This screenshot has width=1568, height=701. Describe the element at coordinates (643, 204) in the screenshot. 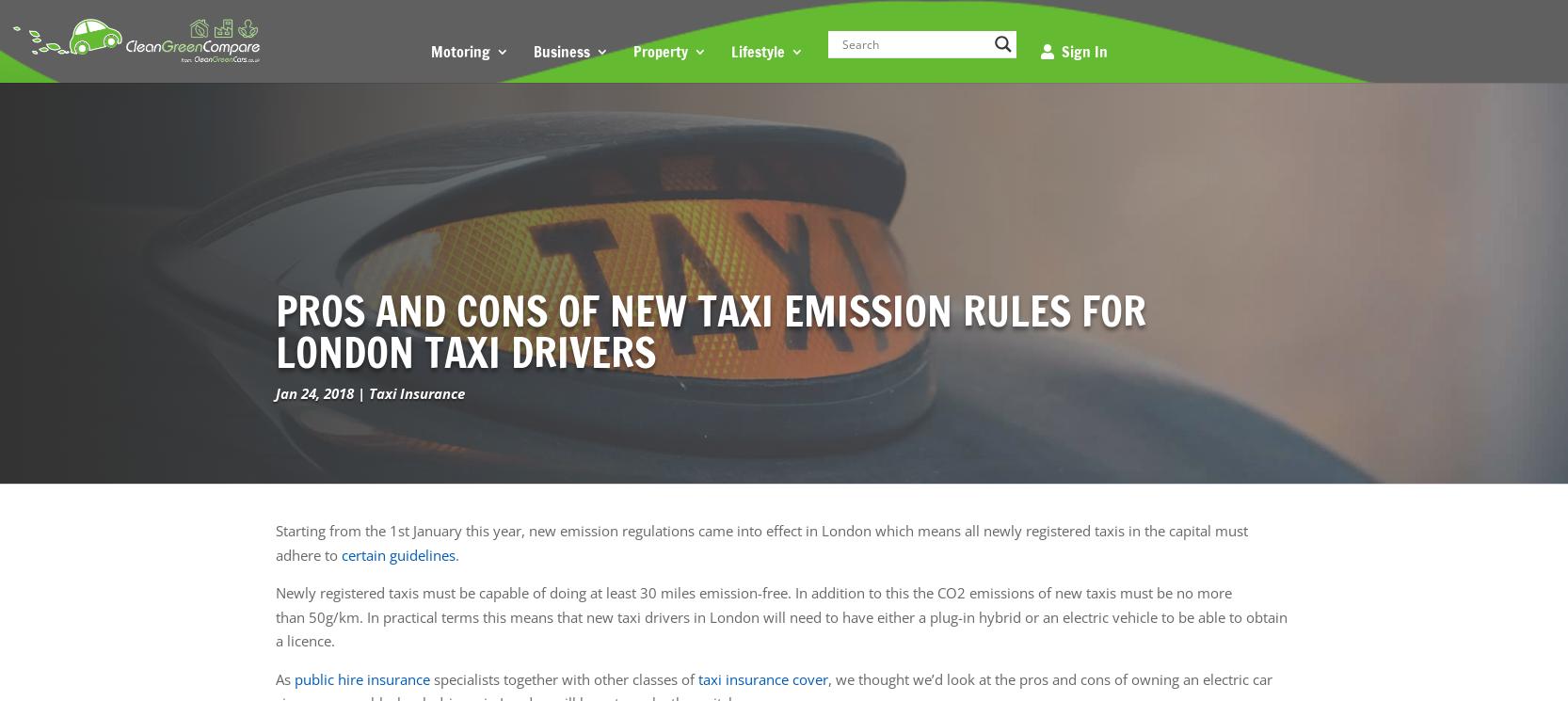

I see `'Employers Liability Insurance'` at that location.